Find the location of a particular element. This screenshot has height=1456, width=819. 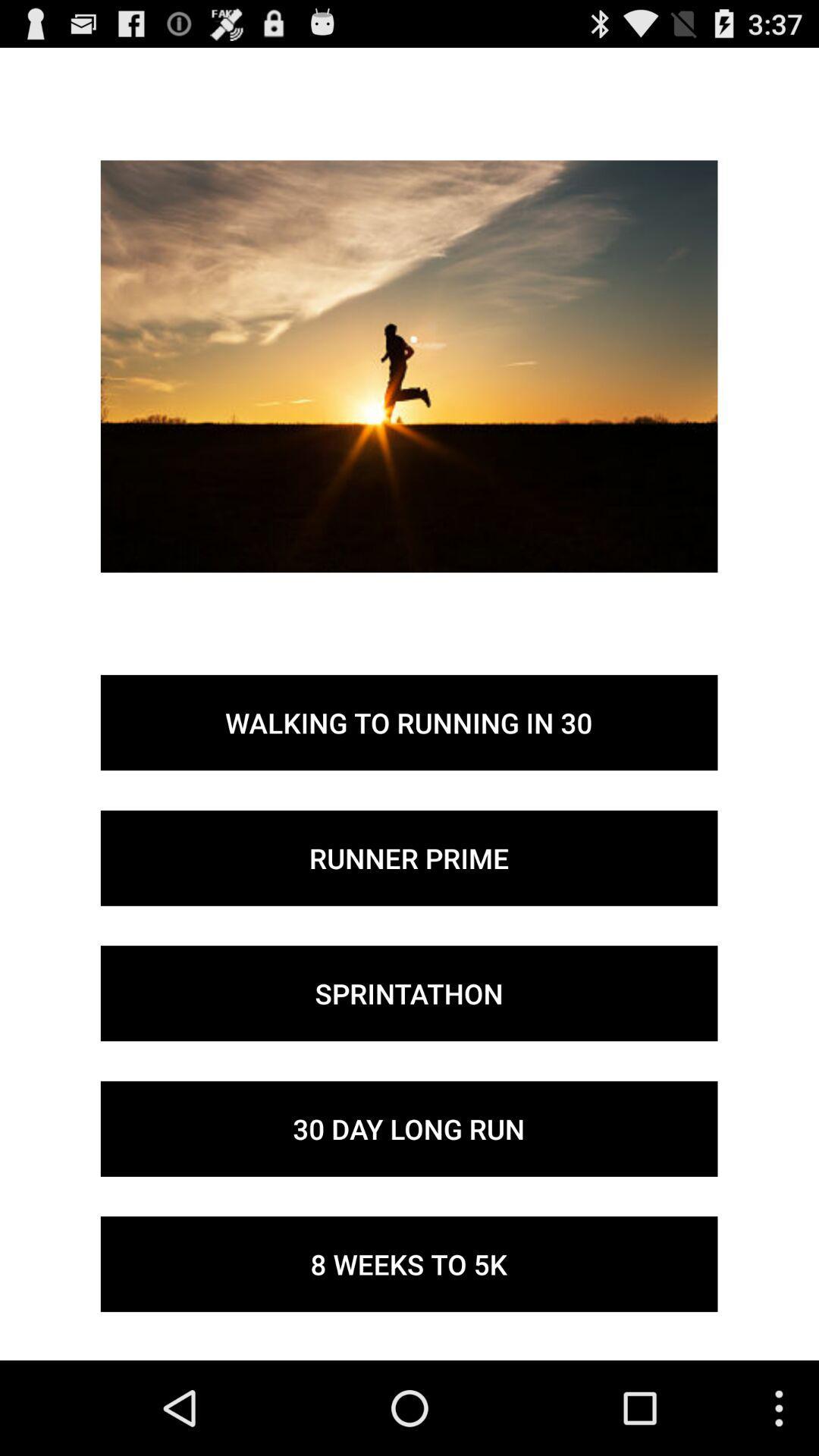

the icon above 30 day long icon is located at coordinates (408, 993).